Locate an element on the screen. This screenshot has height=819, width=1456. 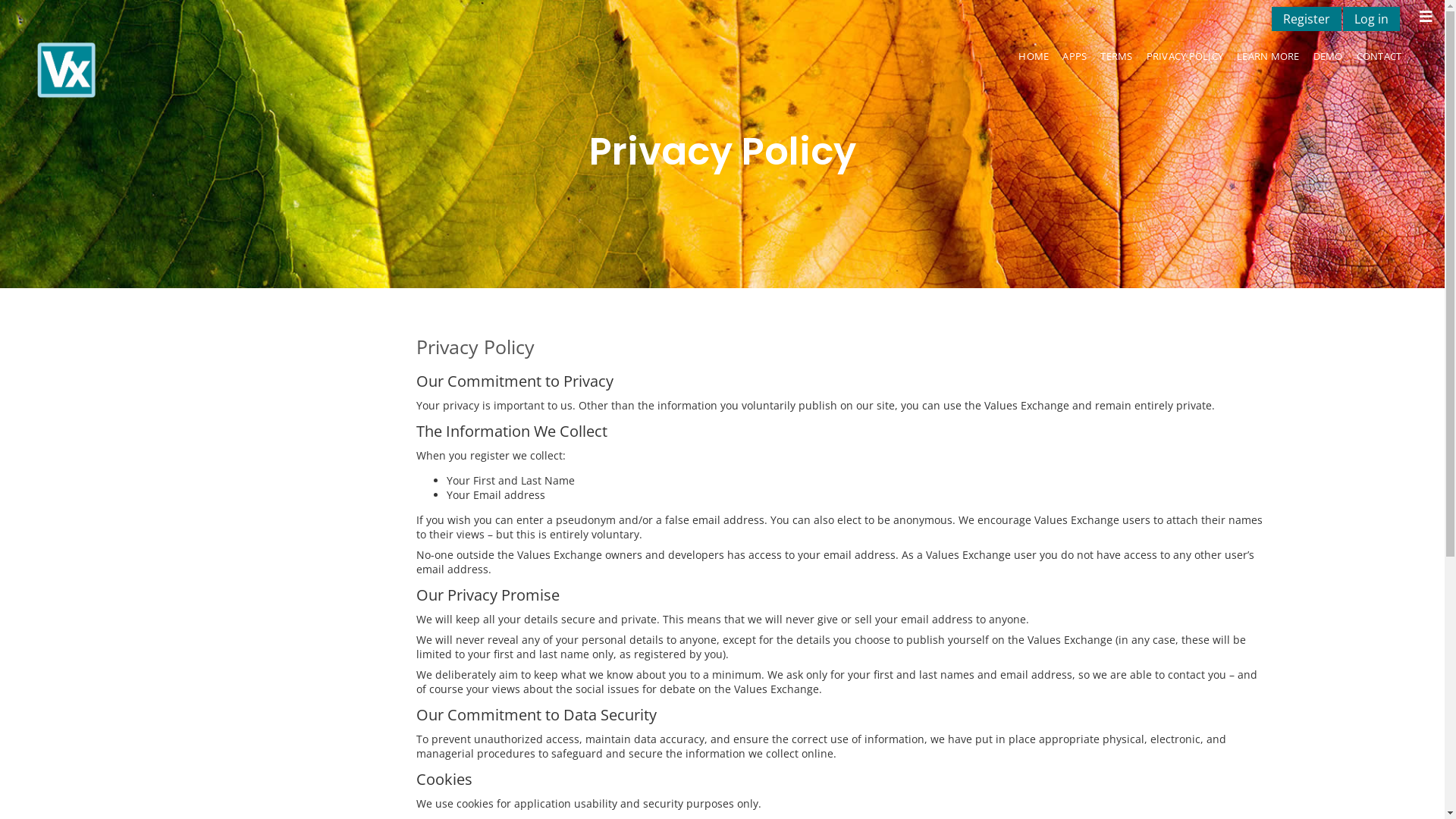
'Log in' is located at coordinates (1371, 18).